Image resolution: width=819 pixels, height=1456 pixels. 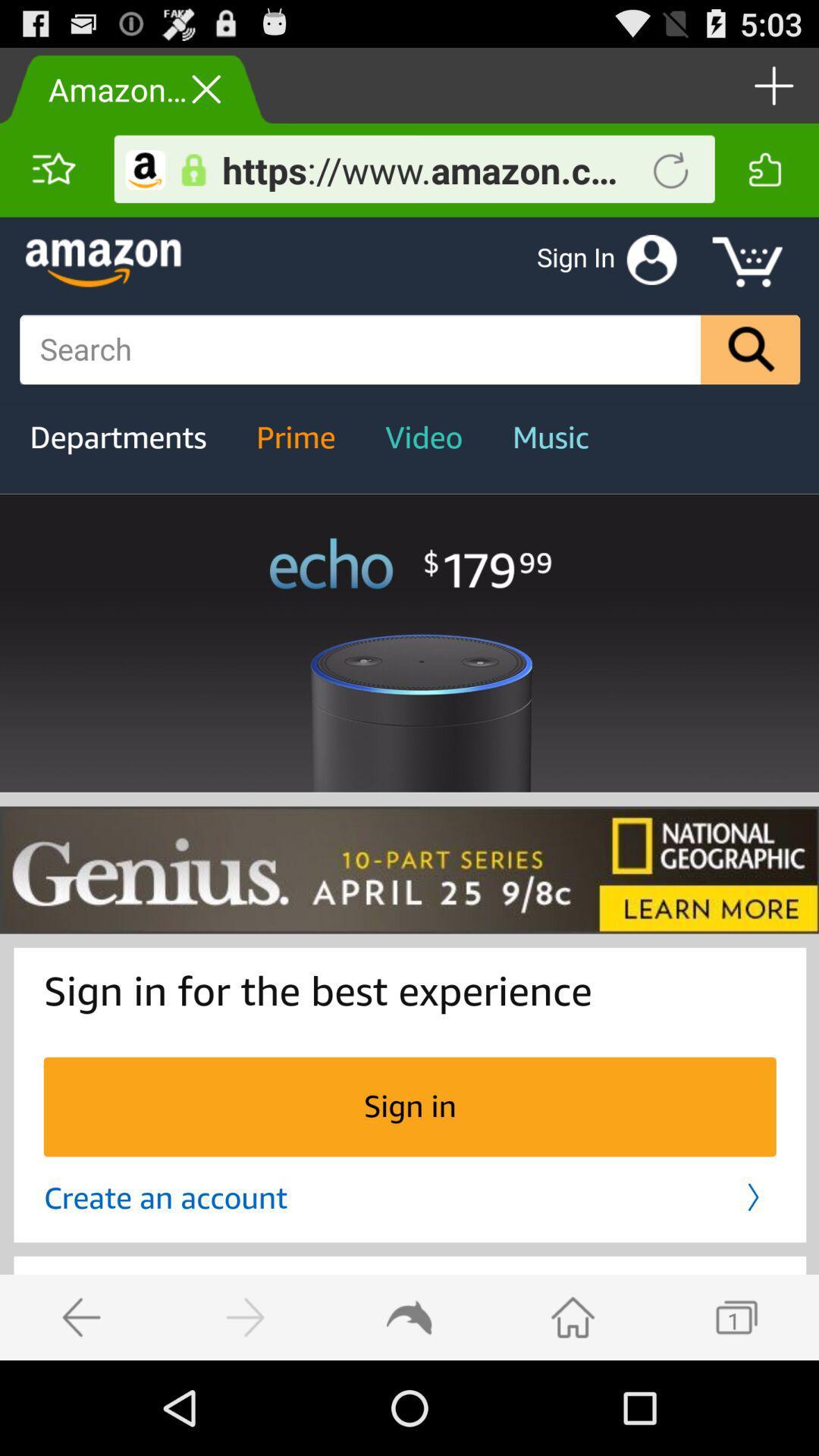 What do you see at coordinates (771, 84) in the screenshot?
I see `tab` at bounding box center [771, 84].